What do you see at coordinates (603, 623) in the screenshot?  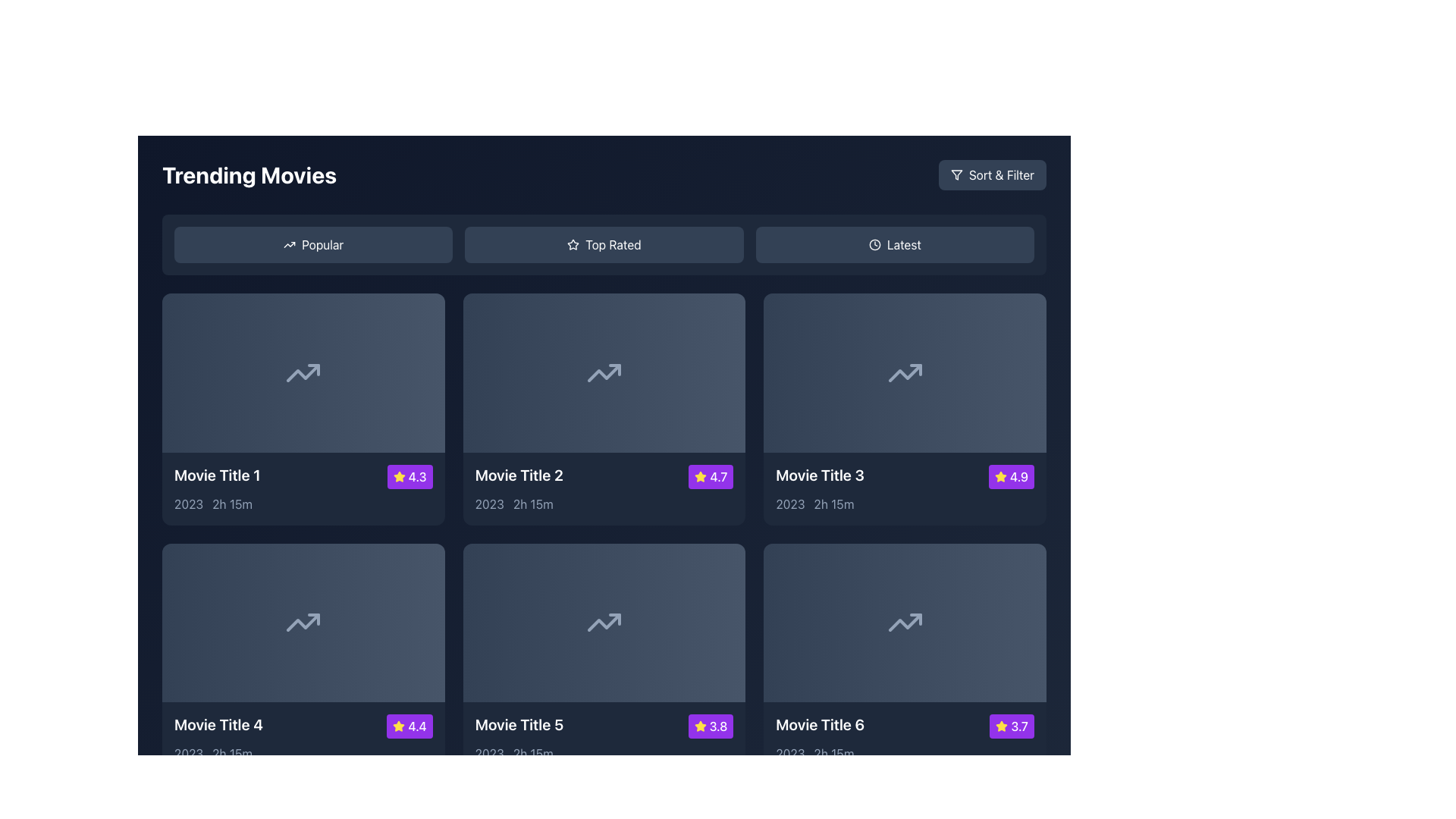 I see `the graphic icon representing the trending metric for 'Movie Title 5' in the second row and column of the grid` at bounding box center [603, 623].